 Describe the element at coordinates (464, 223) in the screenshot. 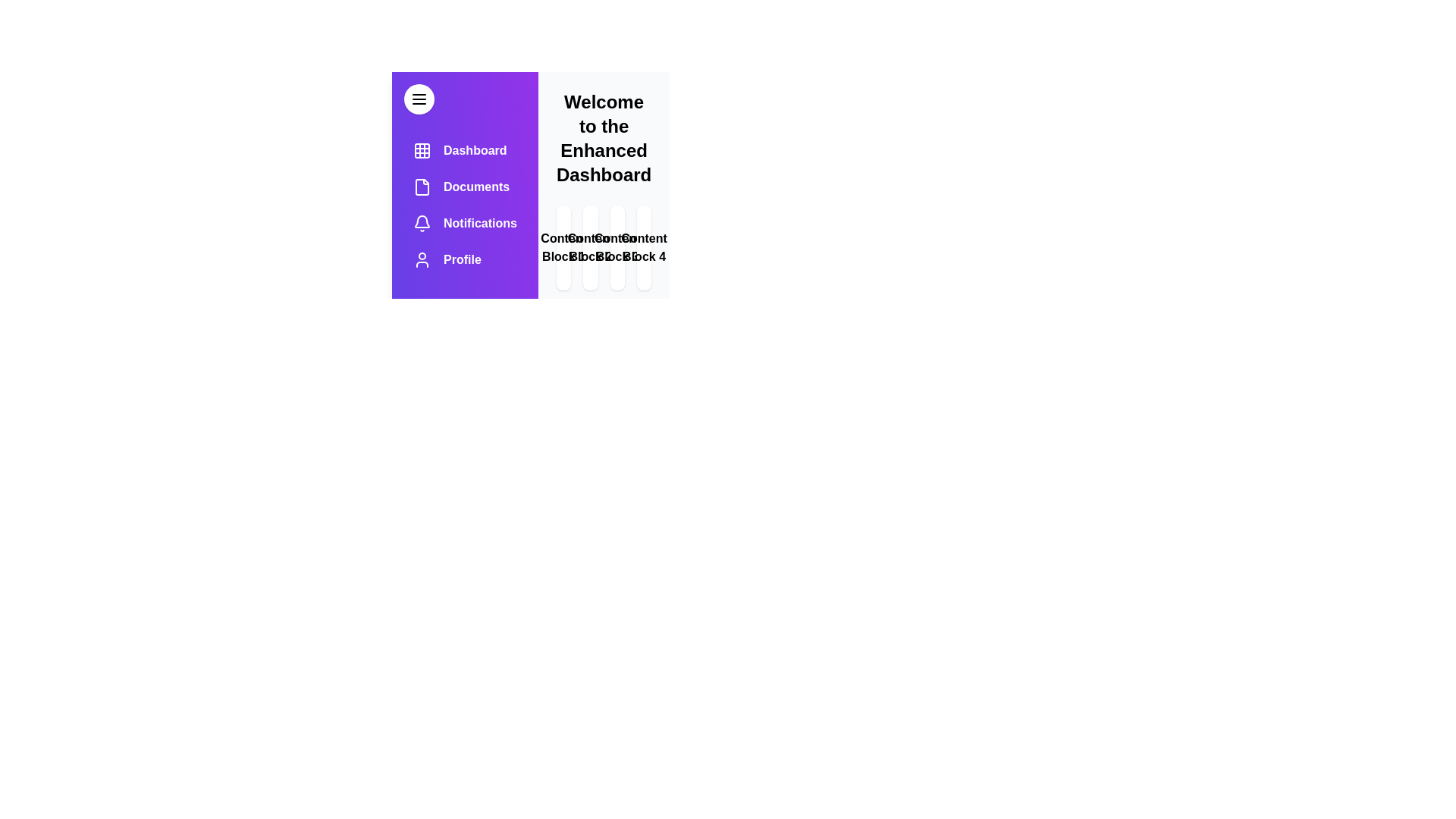

I see `the menu item Notifications from the drawer` at that location.